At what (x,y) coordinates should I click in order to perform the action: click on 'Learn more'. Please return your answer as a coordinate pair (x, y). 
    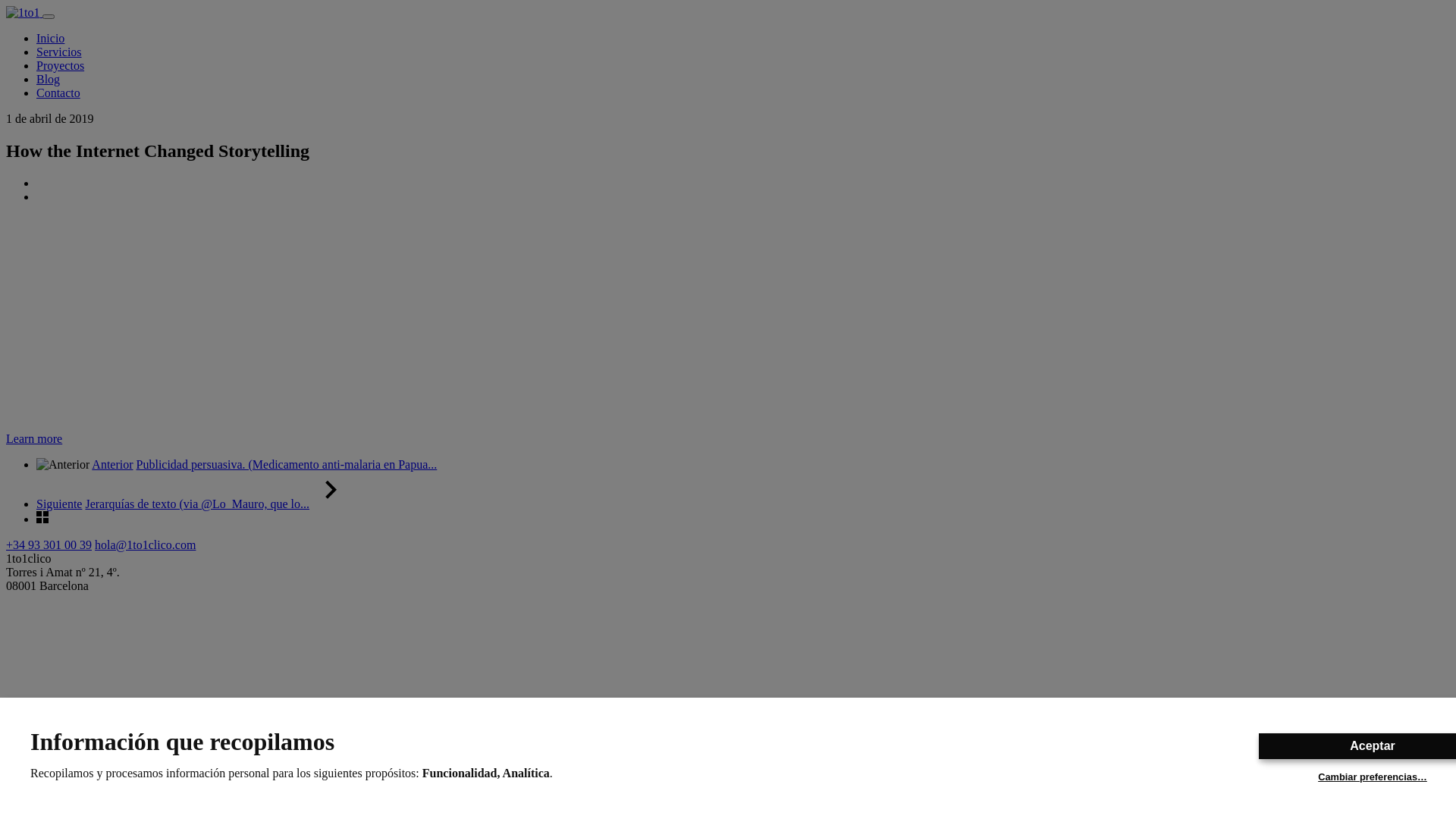
    Looking at the image, I should click on (33, 438).